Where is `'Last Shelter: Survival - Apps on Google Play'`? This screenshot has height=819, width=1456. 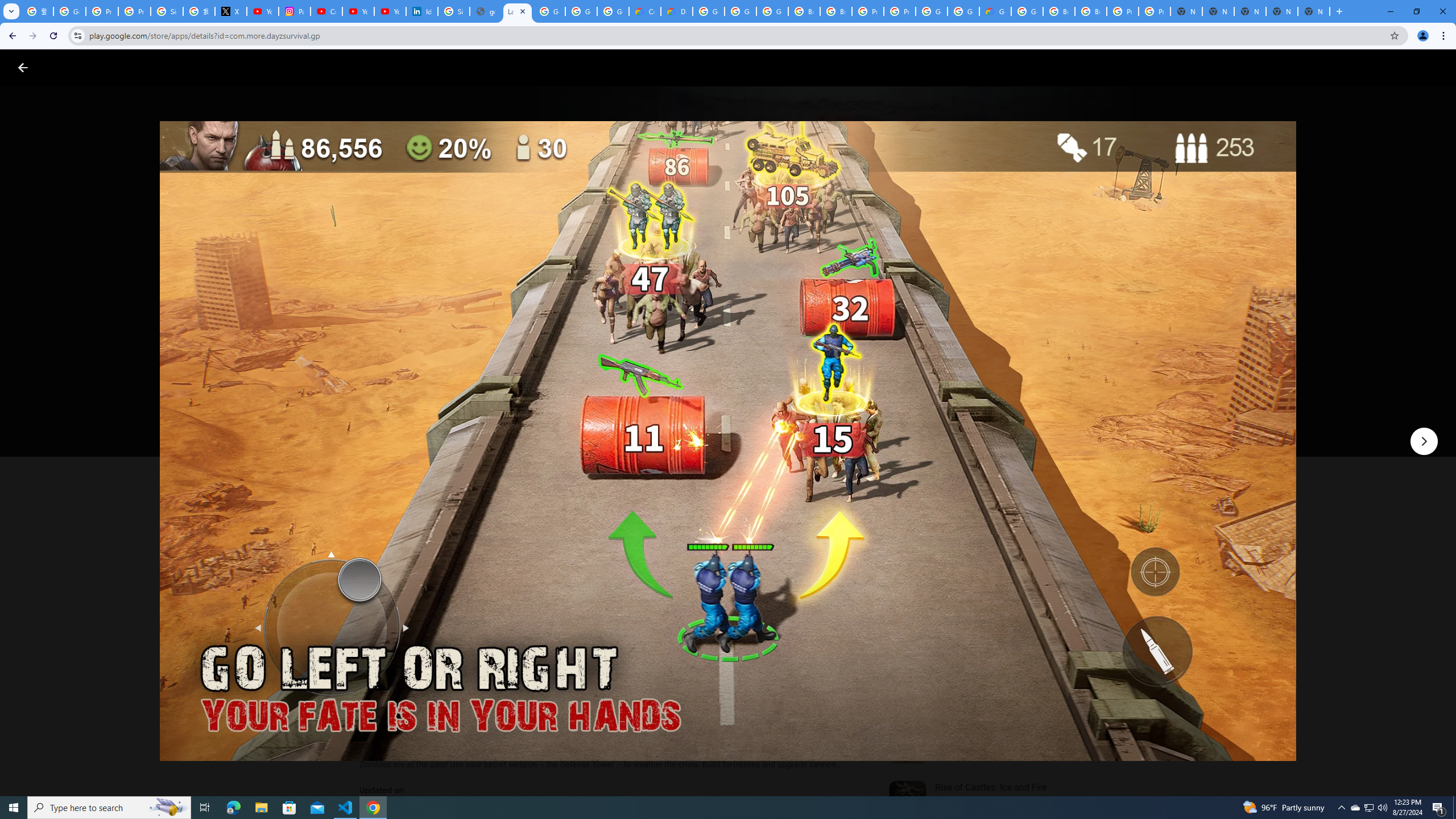 'Last Shelter: Survival - Apps on Google Play' is located at coordinates (517, 11).